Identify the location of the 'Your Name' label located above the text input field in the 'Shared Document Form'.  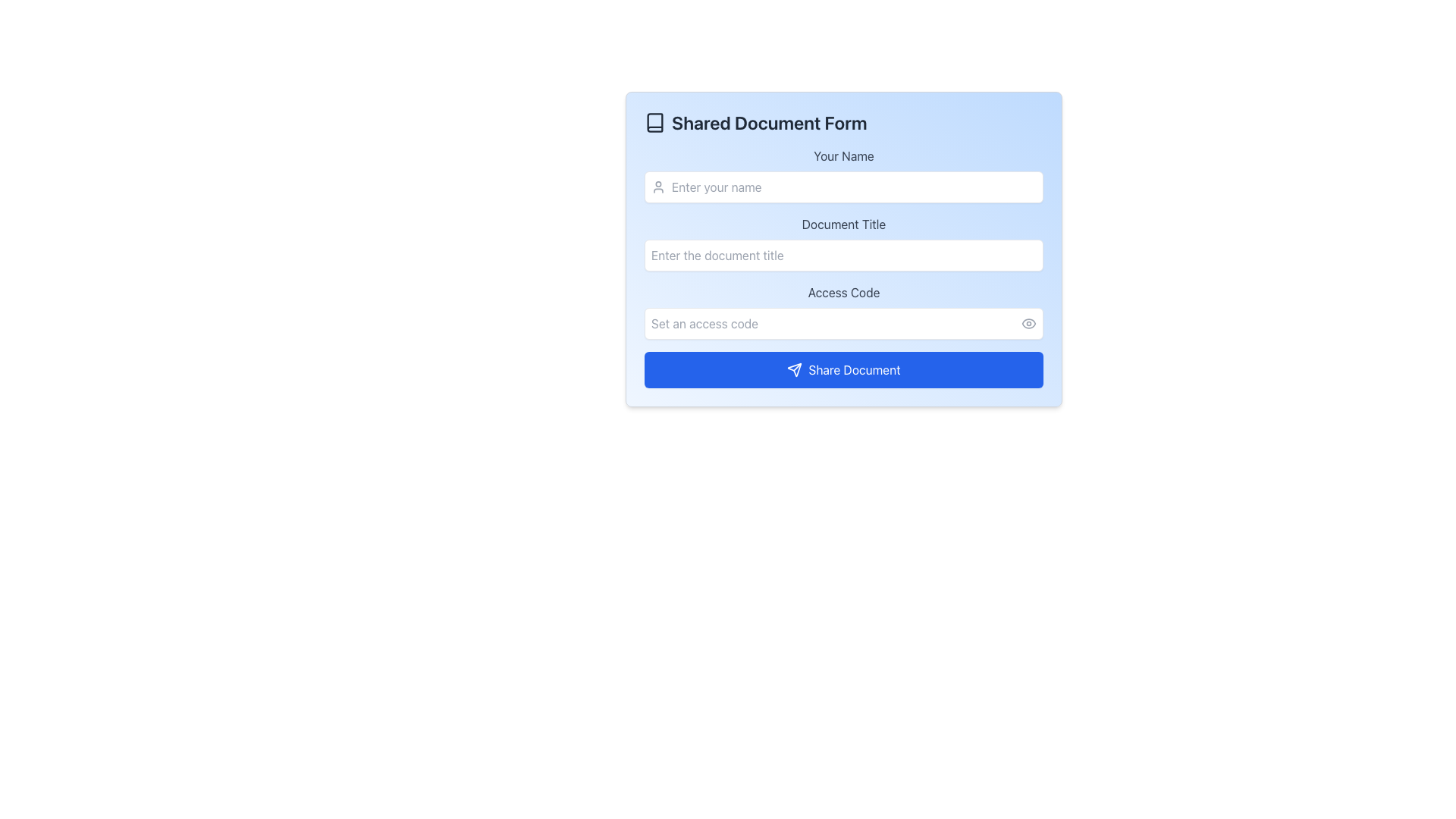
(843, 174).